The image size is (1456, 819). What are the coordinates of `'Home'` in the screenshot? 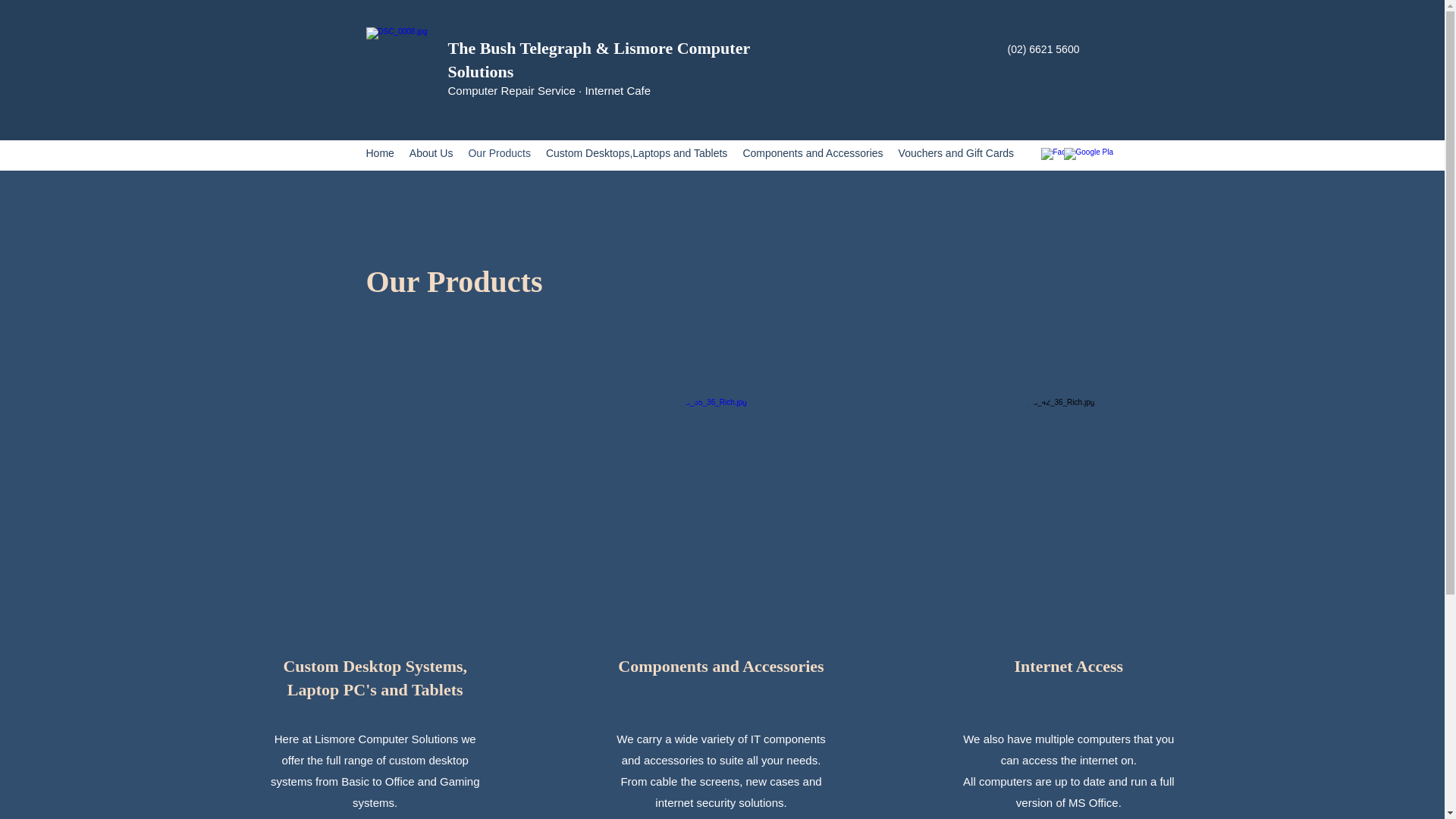 It's located at (379, 155).